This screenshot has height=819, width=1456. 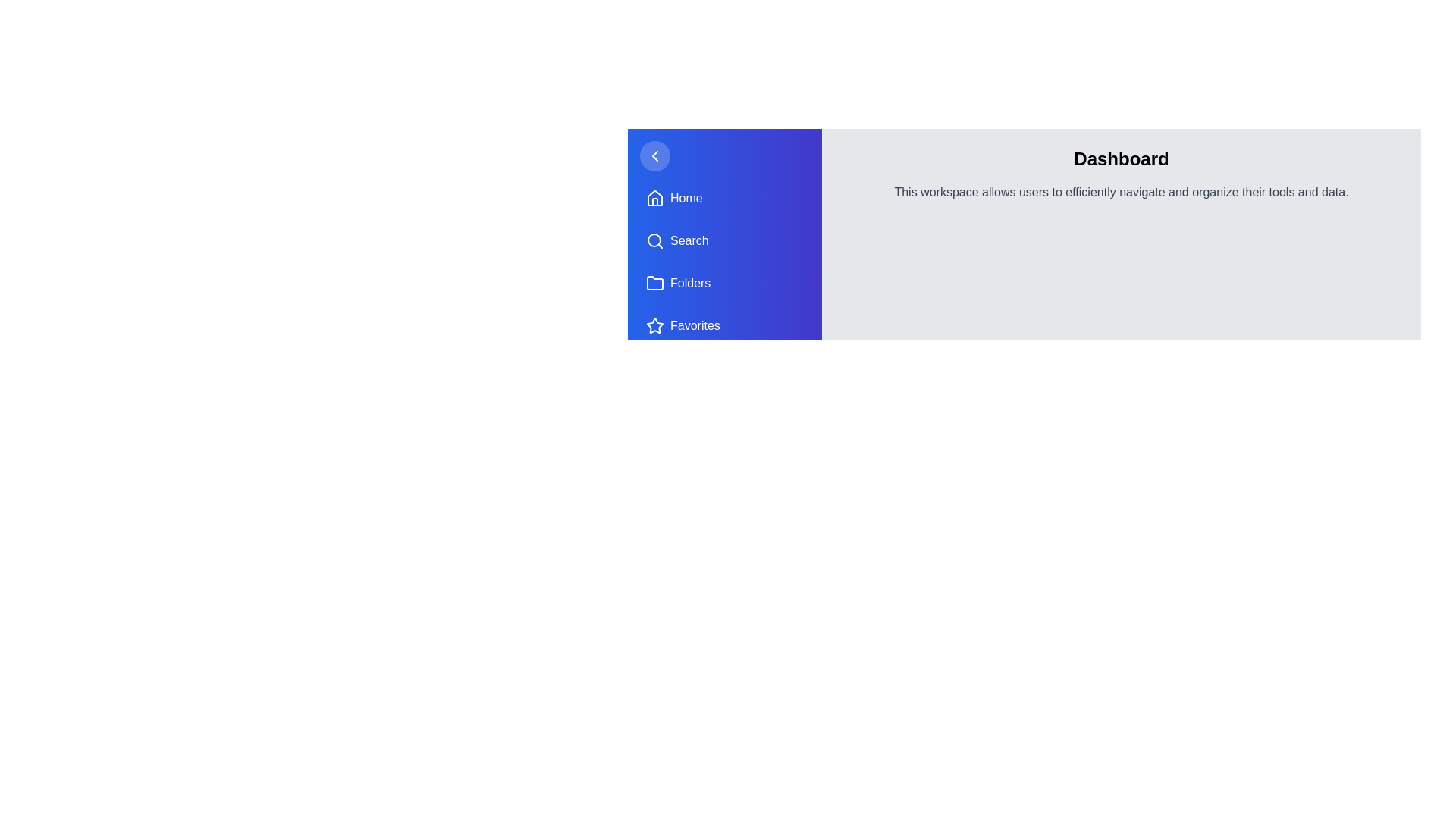 I want to click on the navigation item Folders, so click(x=723, y=284).